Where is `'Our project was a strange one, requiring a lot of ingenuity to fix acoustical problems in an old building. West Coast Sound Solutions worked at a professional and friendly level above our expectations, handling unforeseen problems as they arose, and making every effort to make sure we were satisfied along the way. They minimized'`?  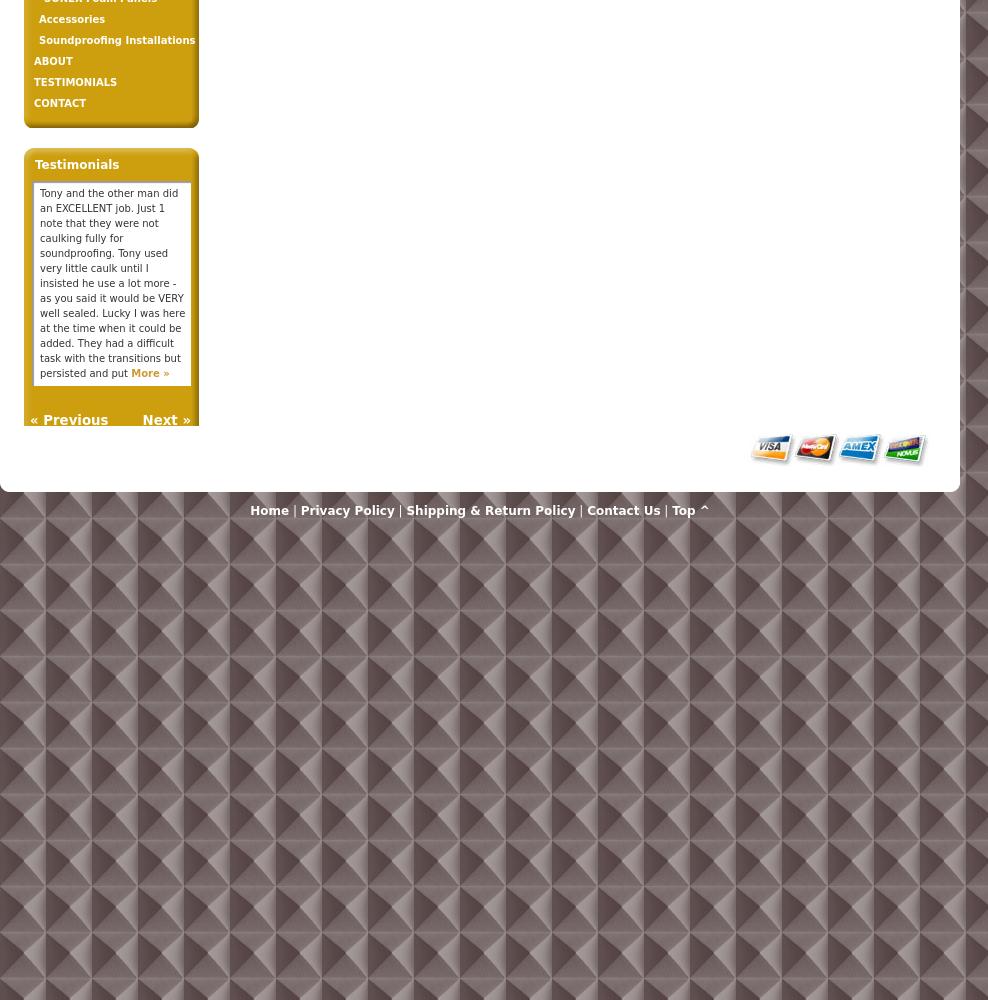
'Our project was a strange one, requiring a lot of ingenuity to fix acoustical problems in an old building. West Coast Sound Solutions worked at a professional and friendly level above our expectations, handling unforeseen problems as they arose, and making every effort to make sure we were satisfied along the way. They minimized' is located at coordinates (198, 283).